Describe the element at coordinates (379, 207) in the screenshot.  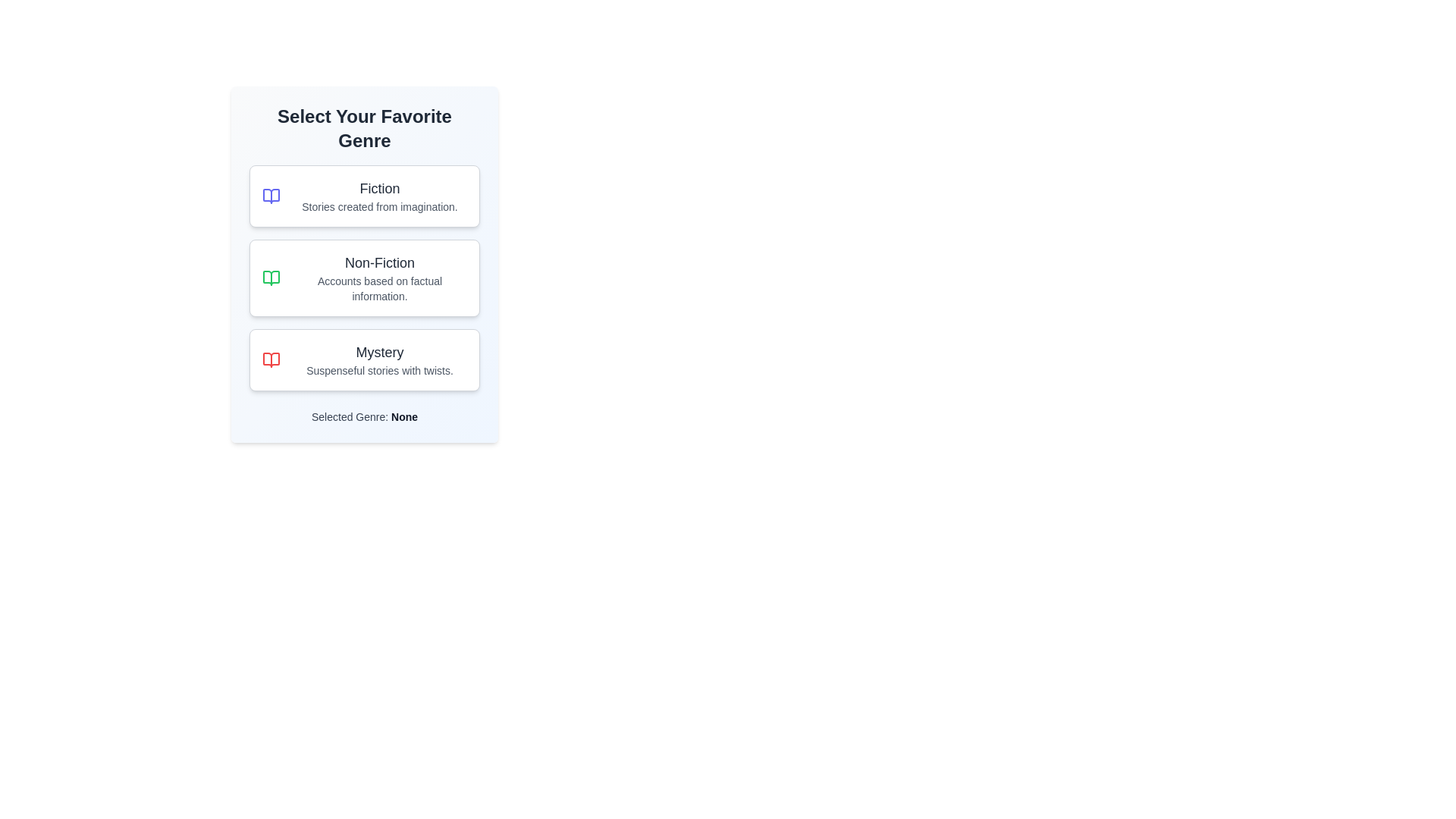
I see `the text label that reads 'Stories created from imagination.' which is positioned below the larger text label 'Fiction'` at that location.